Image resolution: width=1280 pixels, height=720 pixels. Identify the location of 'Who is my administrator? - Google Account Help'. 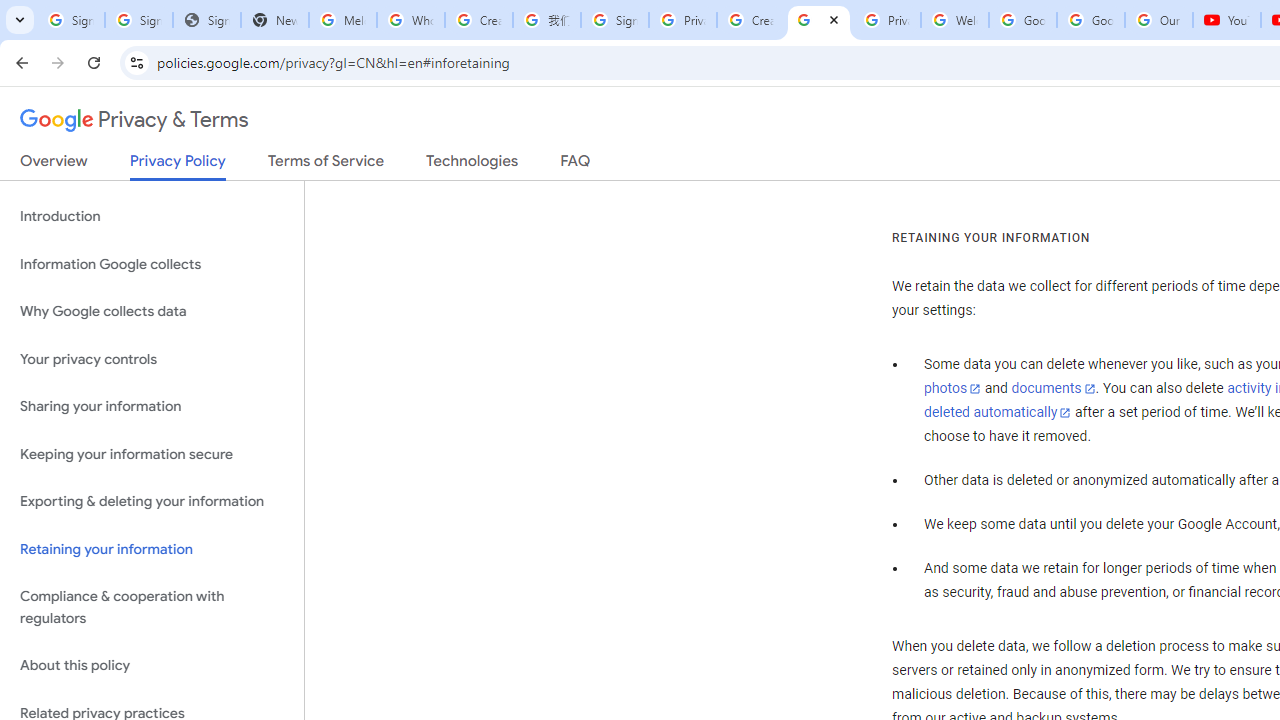
(410, 20).